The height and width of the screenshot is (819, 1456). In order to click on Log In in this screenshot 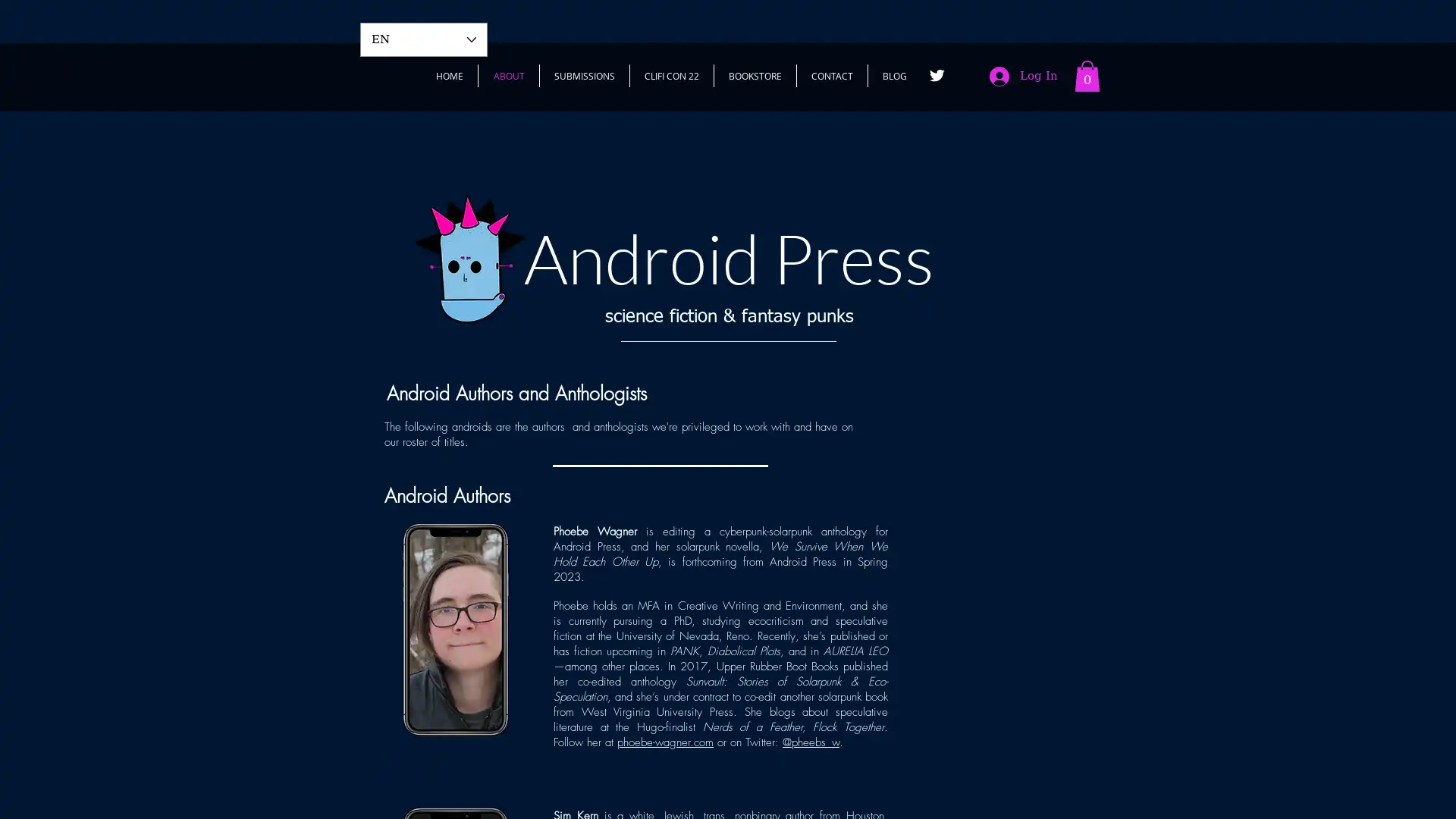, I will do `click(1023, 76)`.